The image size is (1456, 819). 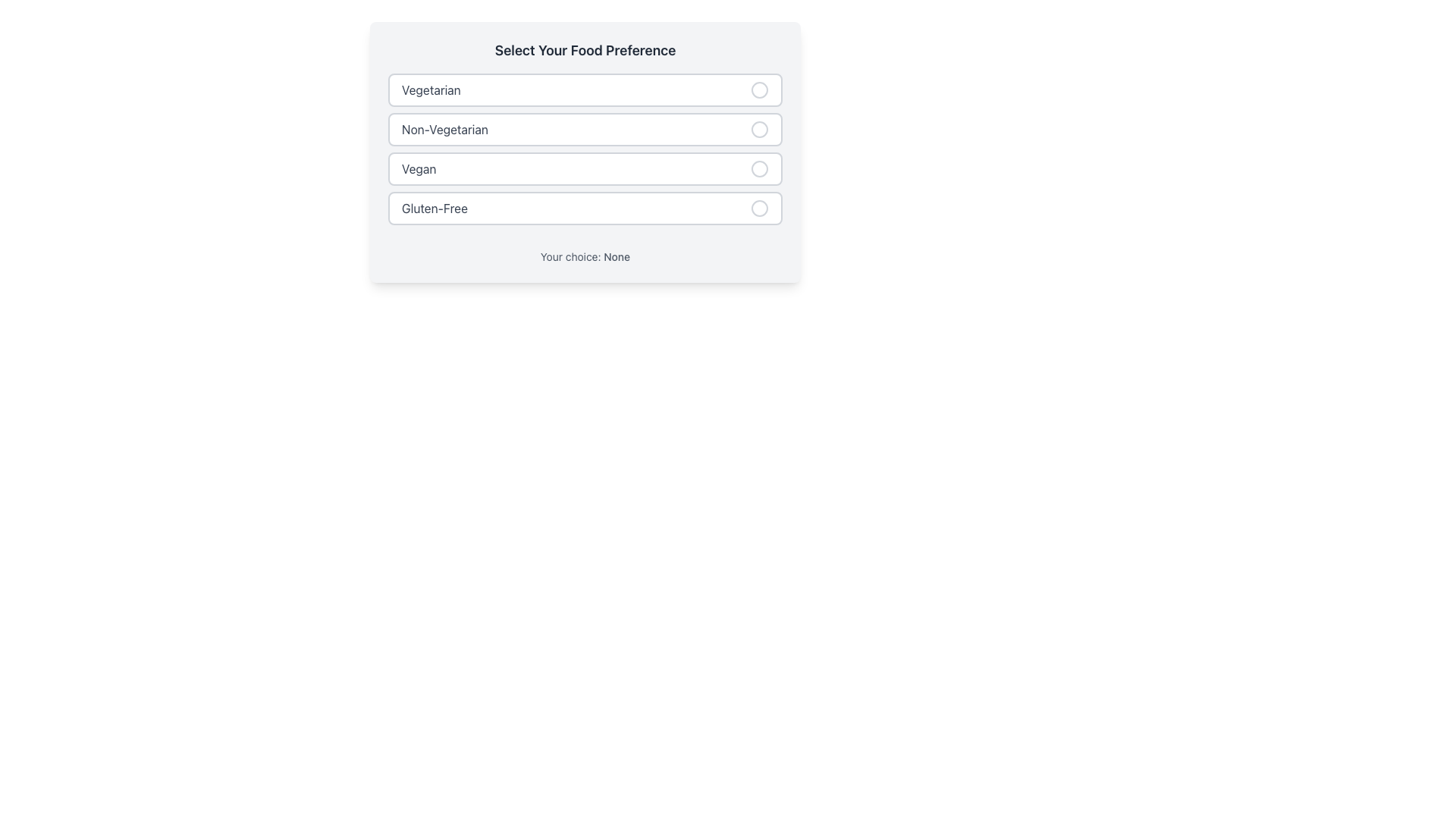 What do you see at coordinates (434, 208) in the screenshot?
I see `'Gluten-Free' dietary option label displayed within the food preferences selection interface` at bounding box center [434, 208].